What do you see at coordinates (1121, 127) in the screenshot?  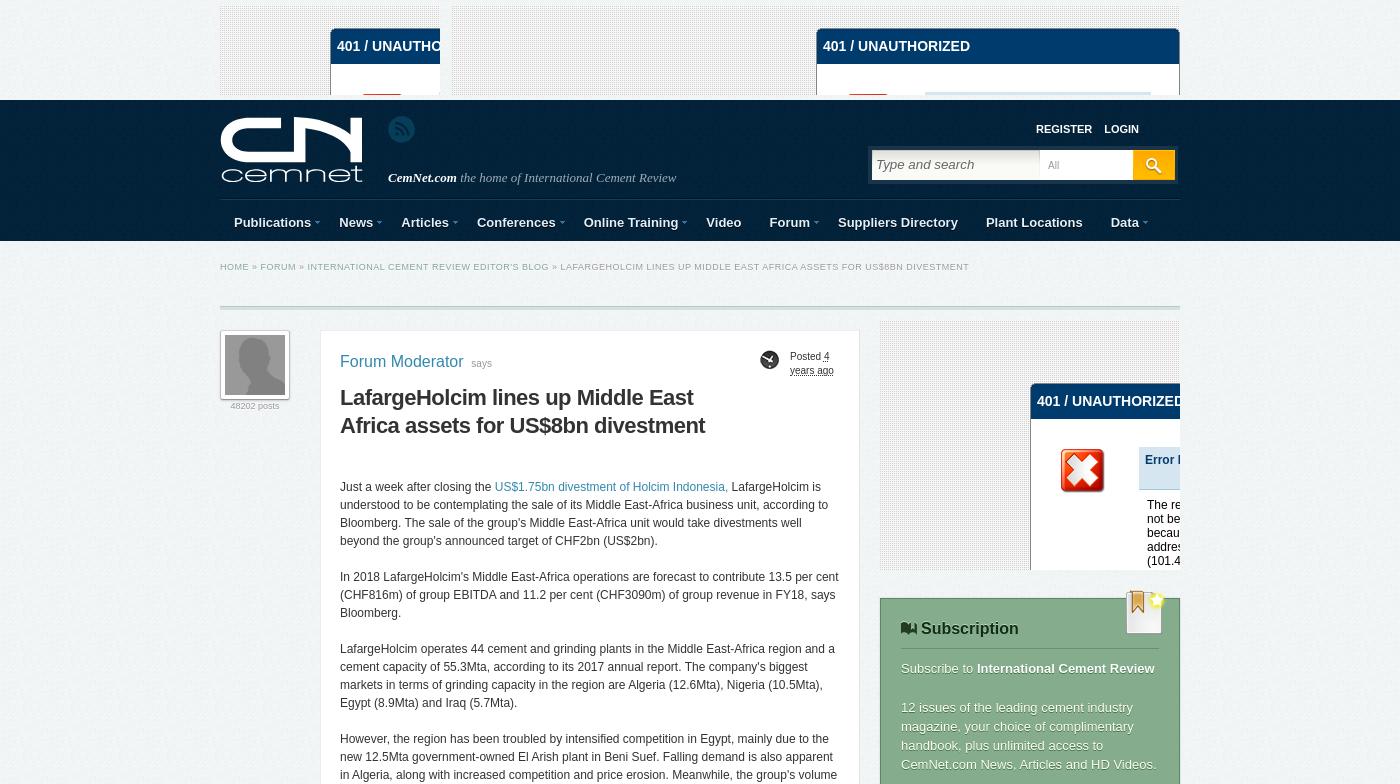 I see `'Login'` at bounding box center [1121, 127].